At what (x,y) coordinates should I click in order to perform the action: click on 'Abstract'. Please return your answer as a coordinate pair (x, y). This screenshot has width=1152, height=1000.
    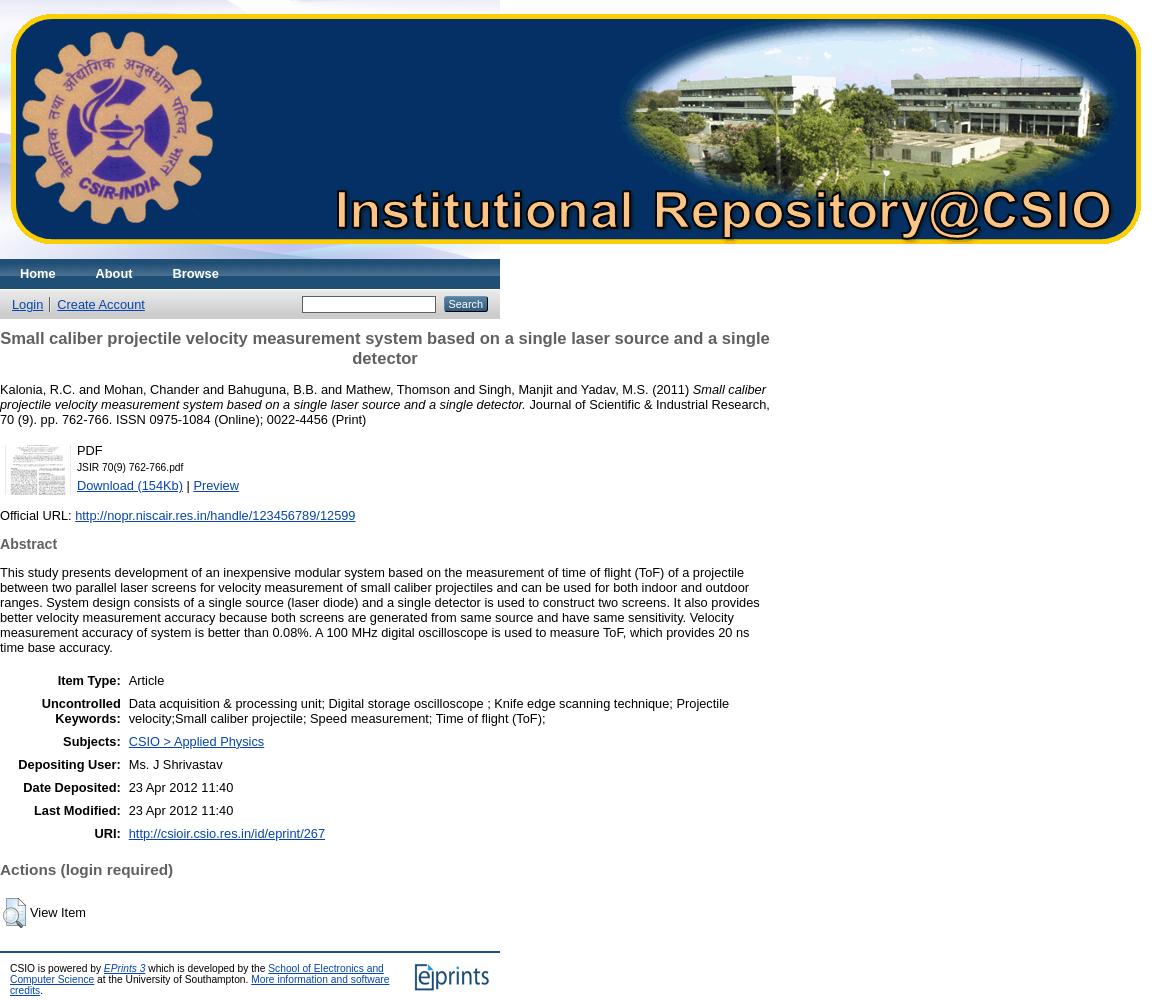
    Looking at the image, I should click on (27, 544).